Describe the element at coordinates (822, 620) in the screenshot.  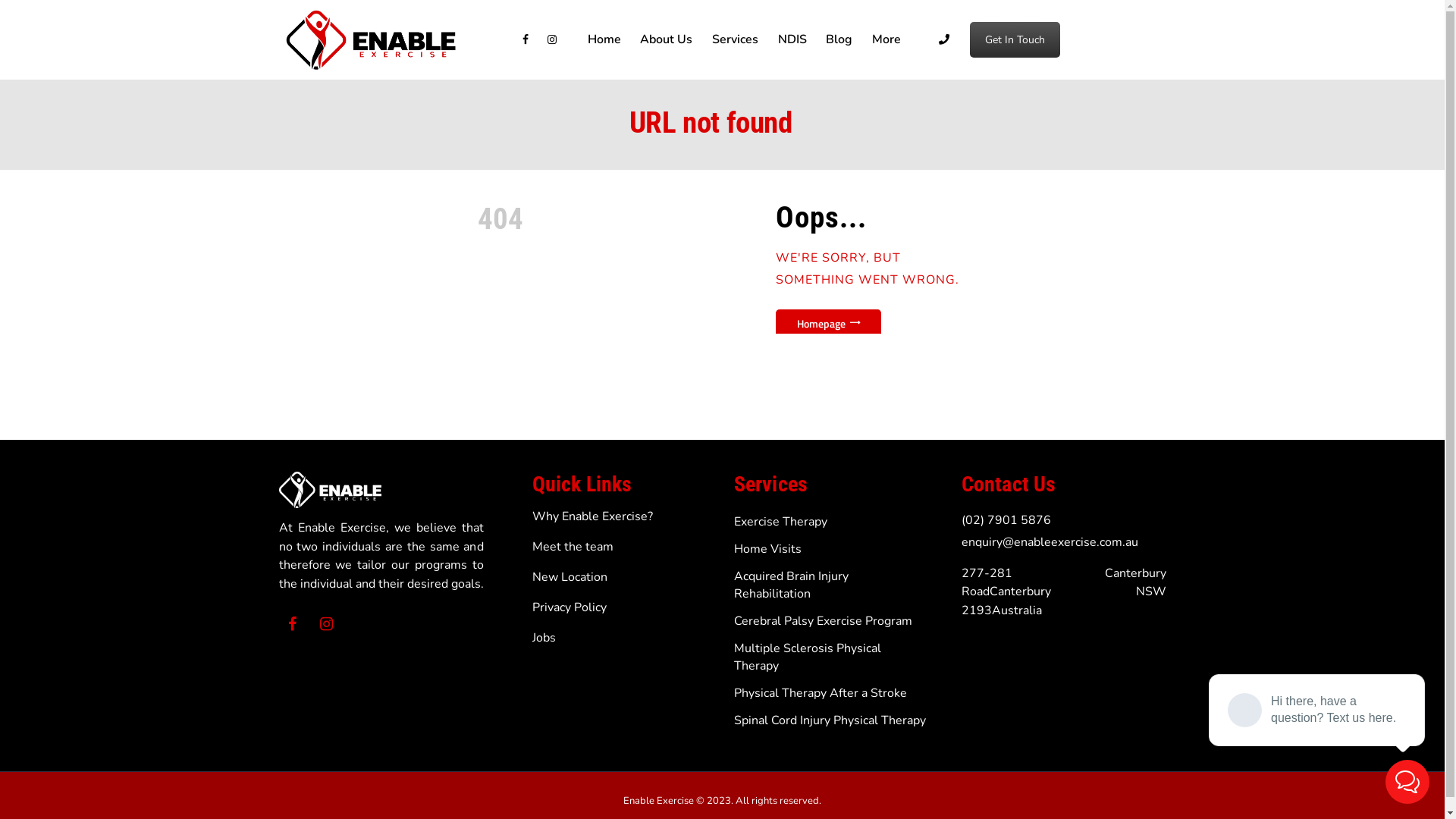
I see `'Cerebral Palsy Exercise Program'` at that location.